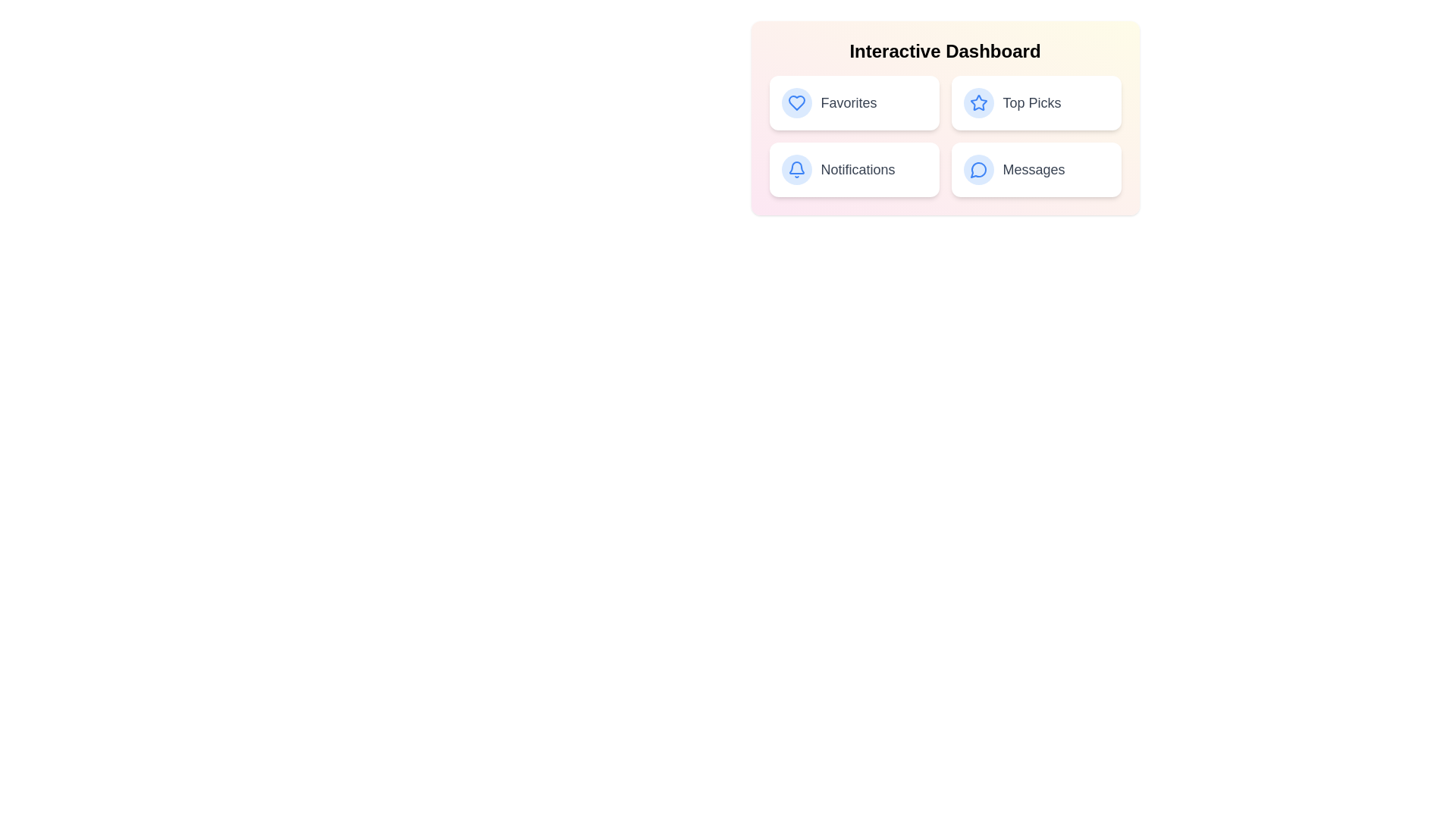  What do you see at coordinates (1035, 169) in the screenshot?
I see `the 'Messages' button to view messages` at bounding box center [1035, 169].